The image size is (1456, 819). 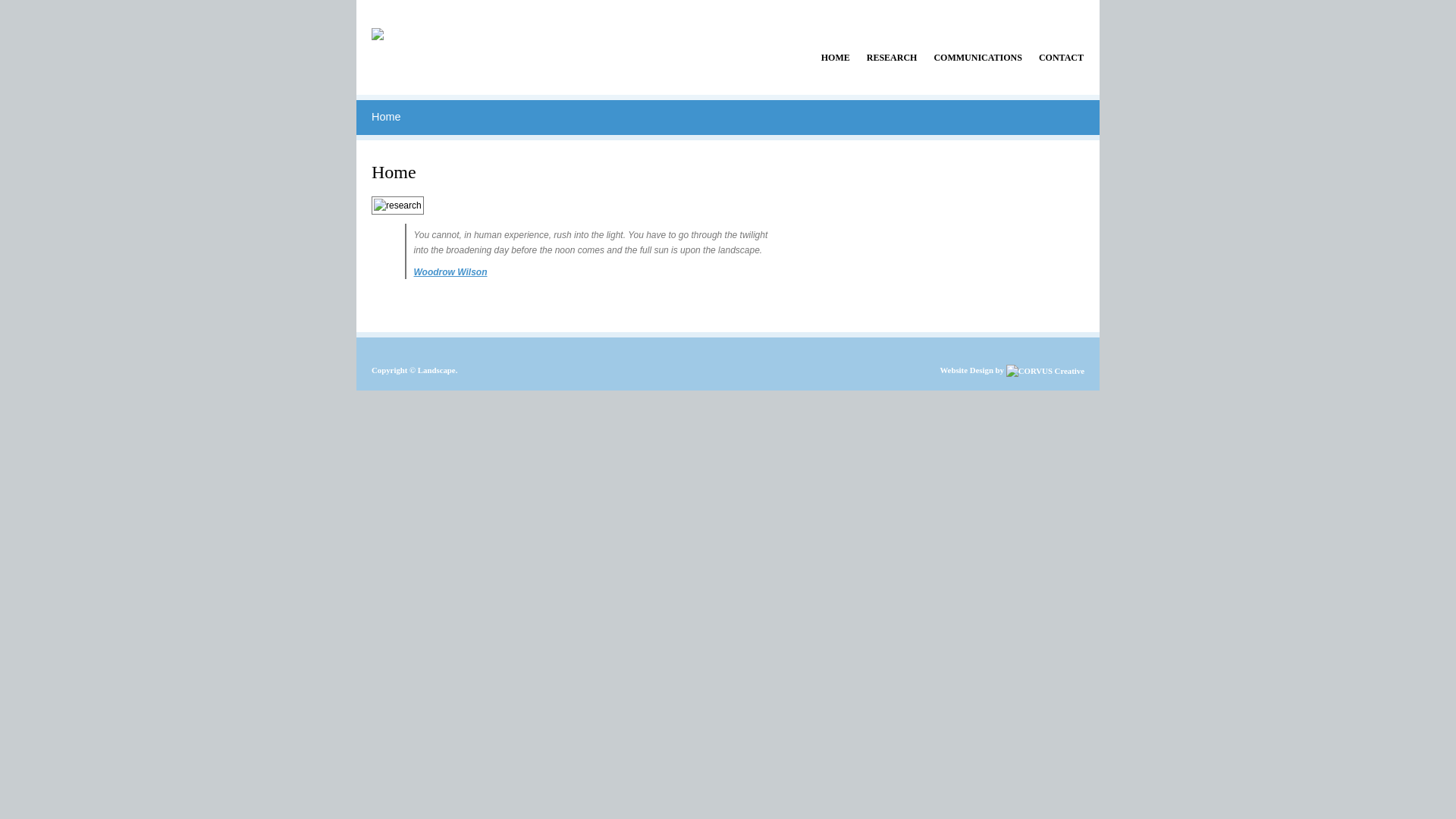 I want to click on 'RESEARCH', so click(x=892, y=57).